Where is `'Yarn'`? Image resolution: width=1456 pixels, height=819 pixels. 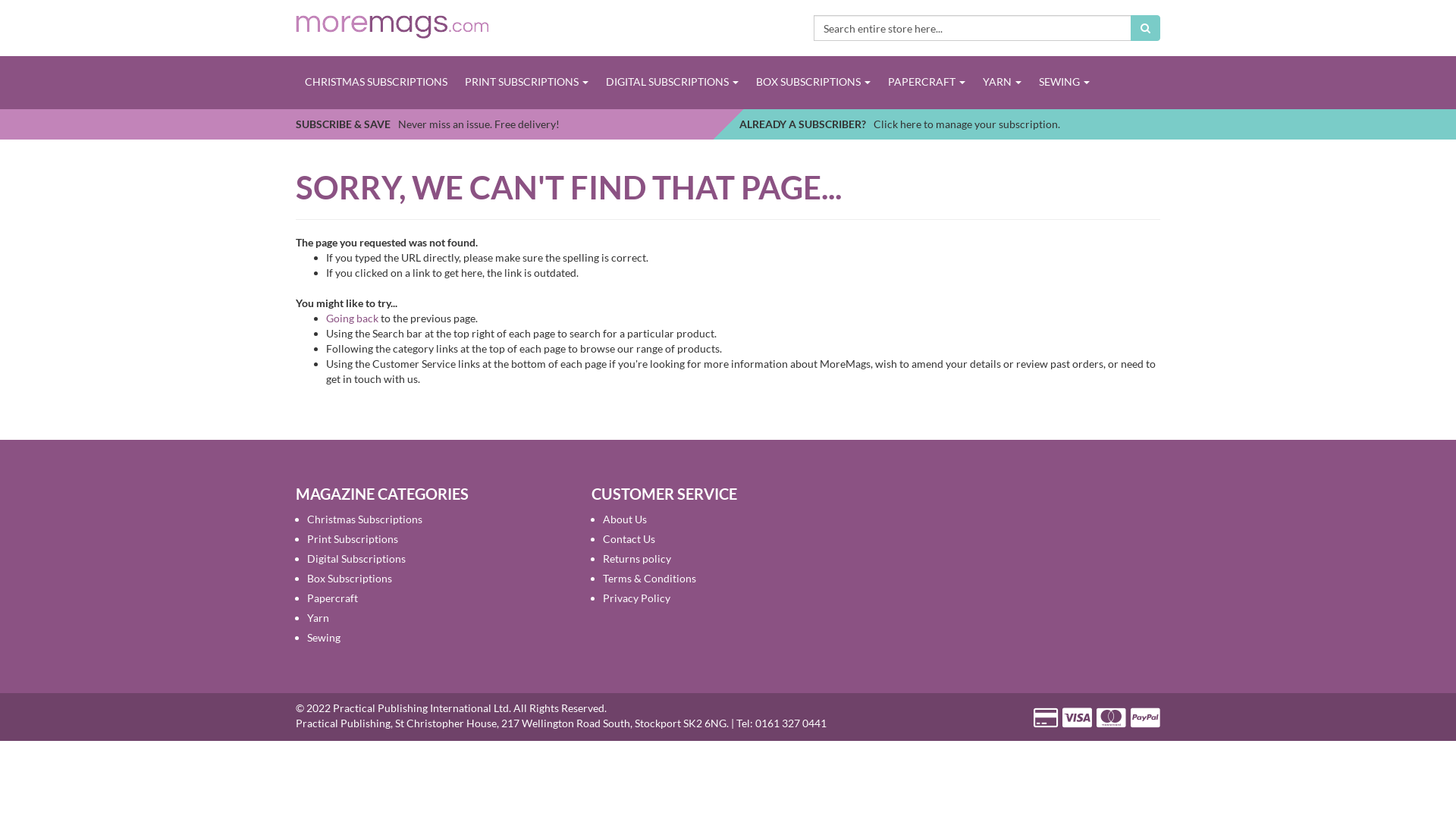 'Yarn' is located at coordinates (306, 617).